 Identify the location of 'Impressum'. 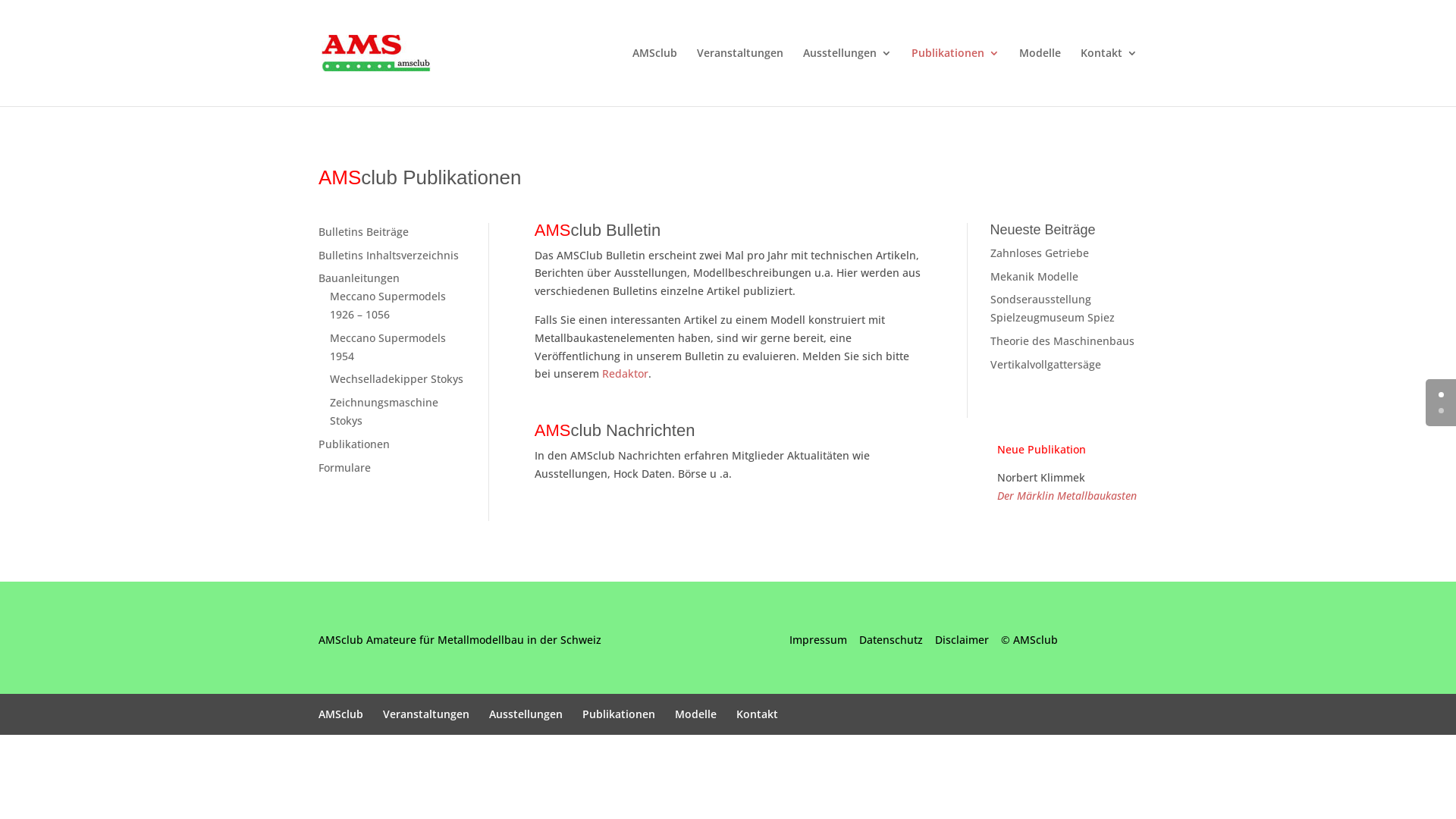
(817, 639).